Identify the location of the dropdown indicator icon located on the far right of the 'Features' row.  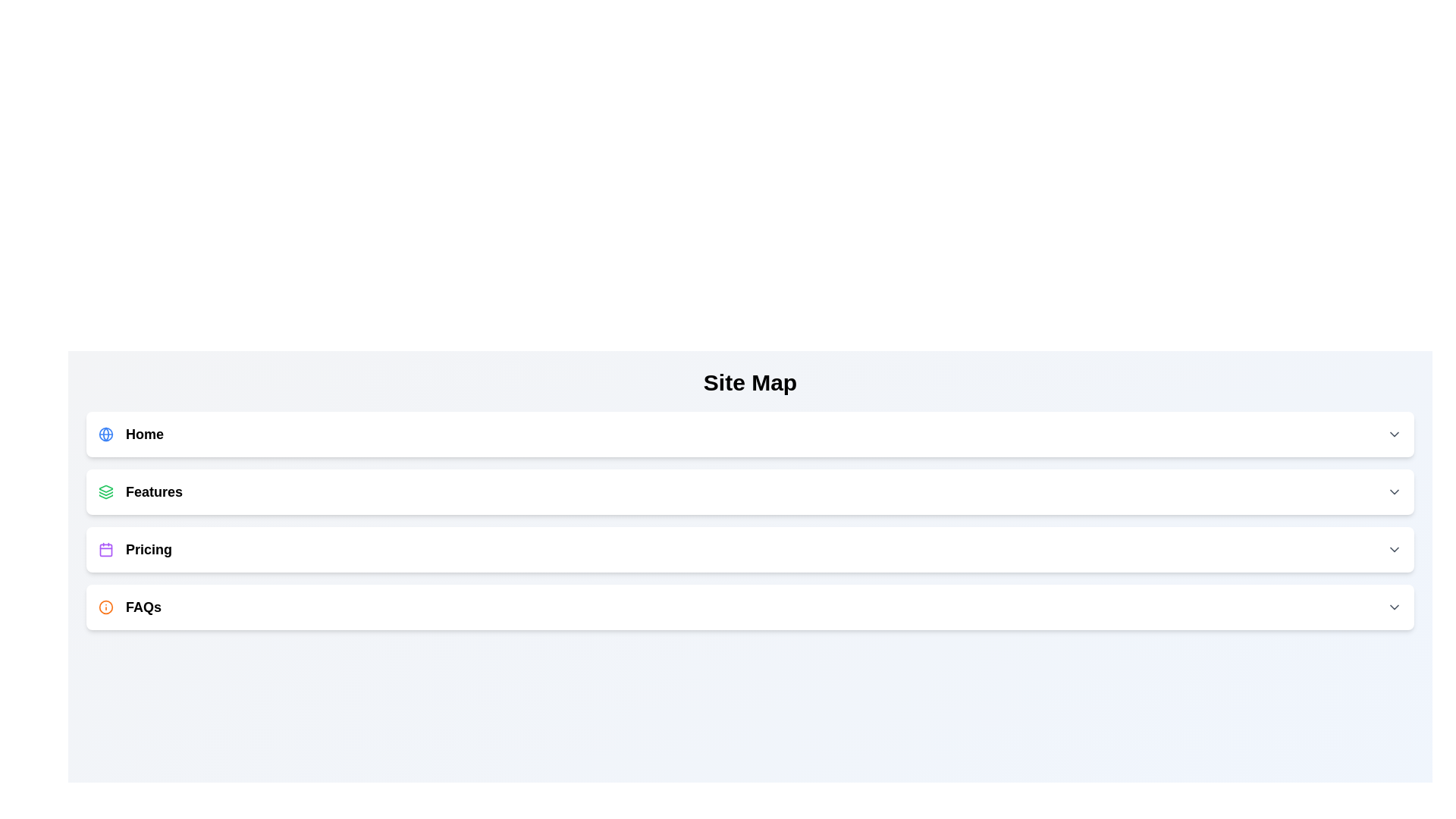
(1394, 491).